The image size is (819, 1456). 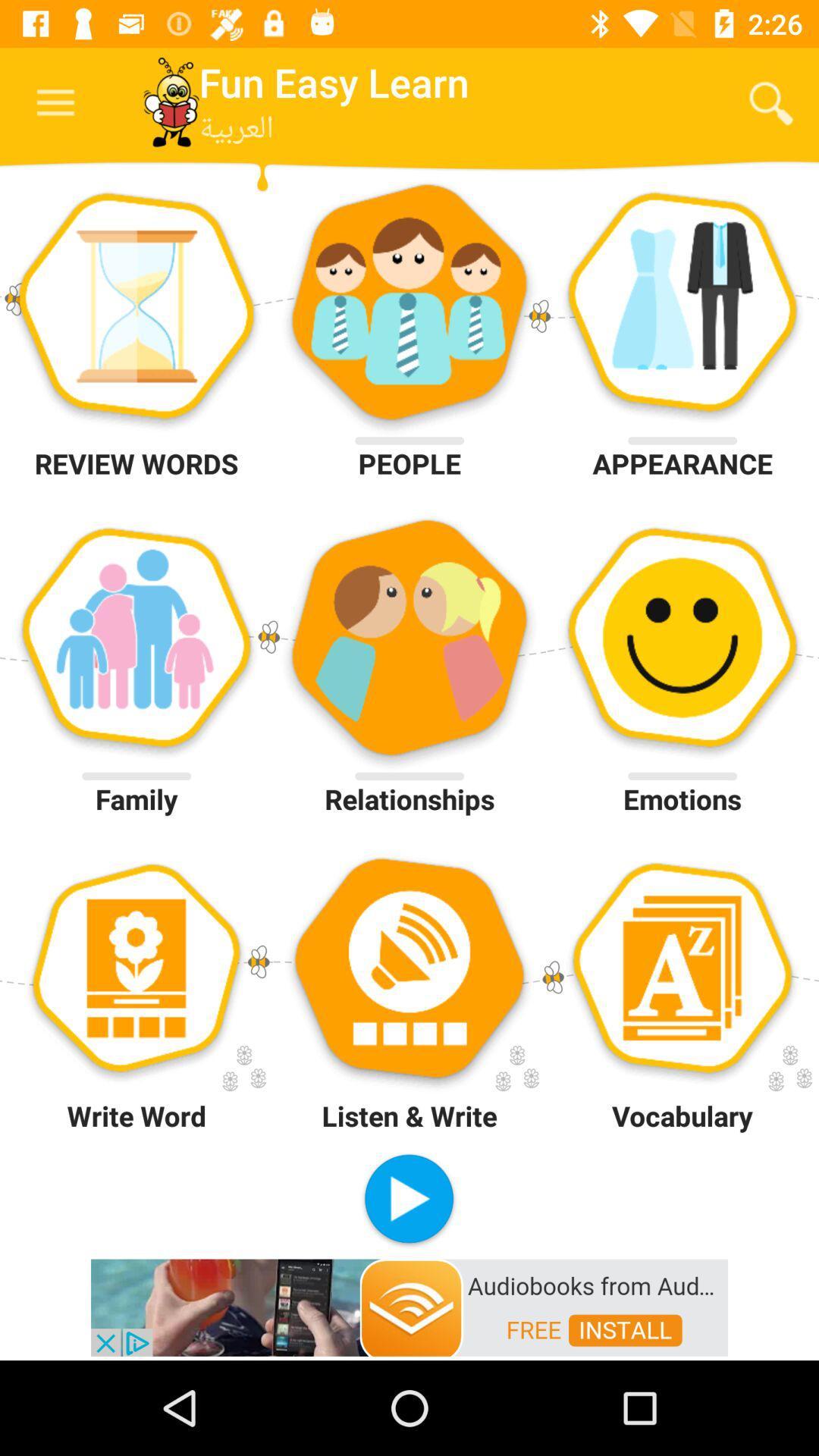 I want to click on the play icon, so click(x=408, y=1200).